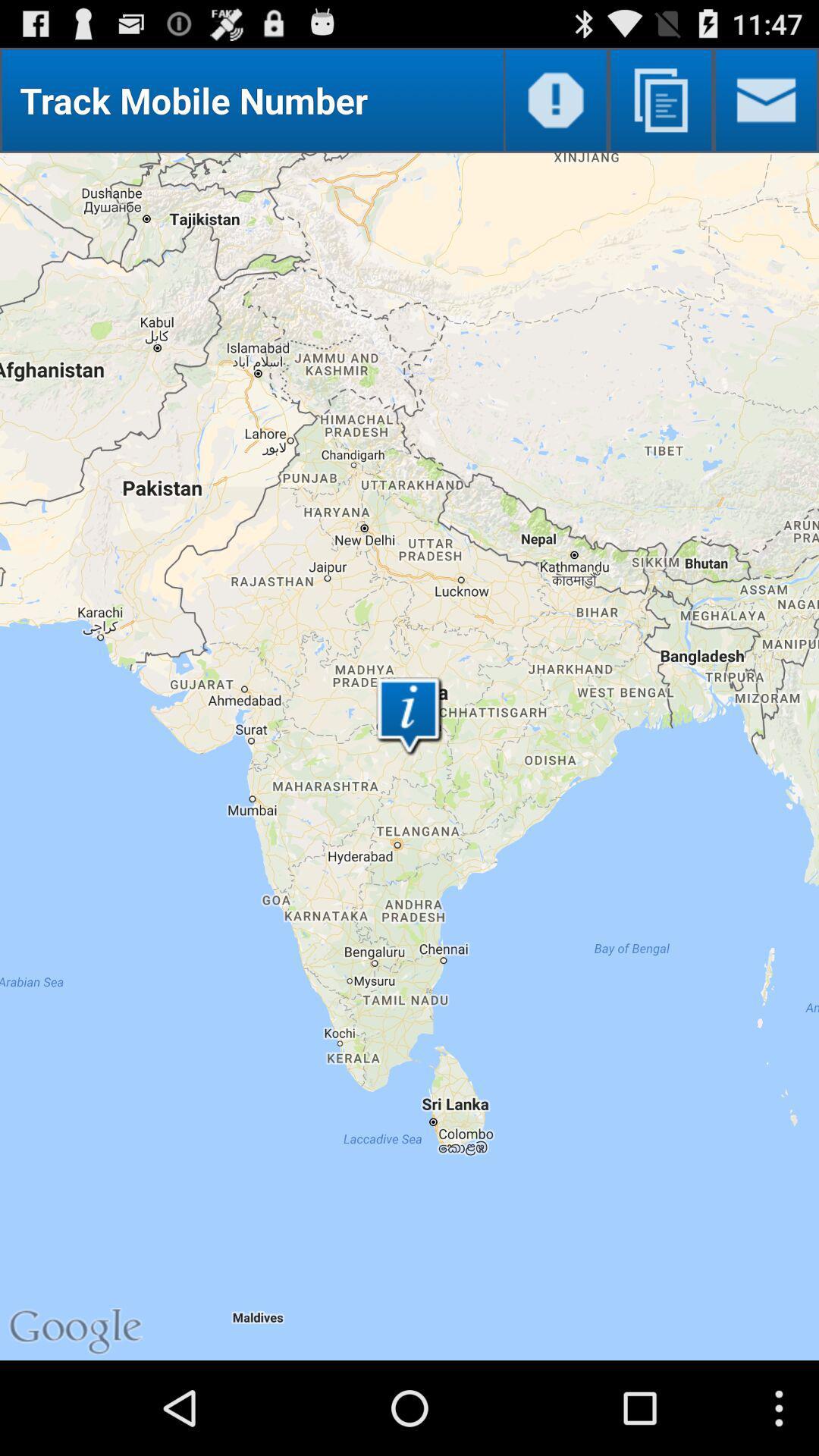 Image resolution: width=819 pixels, height=1456 pixels. Describe the element at coordinates (660, 99) in the screenshot. I see `copy option` at that location.